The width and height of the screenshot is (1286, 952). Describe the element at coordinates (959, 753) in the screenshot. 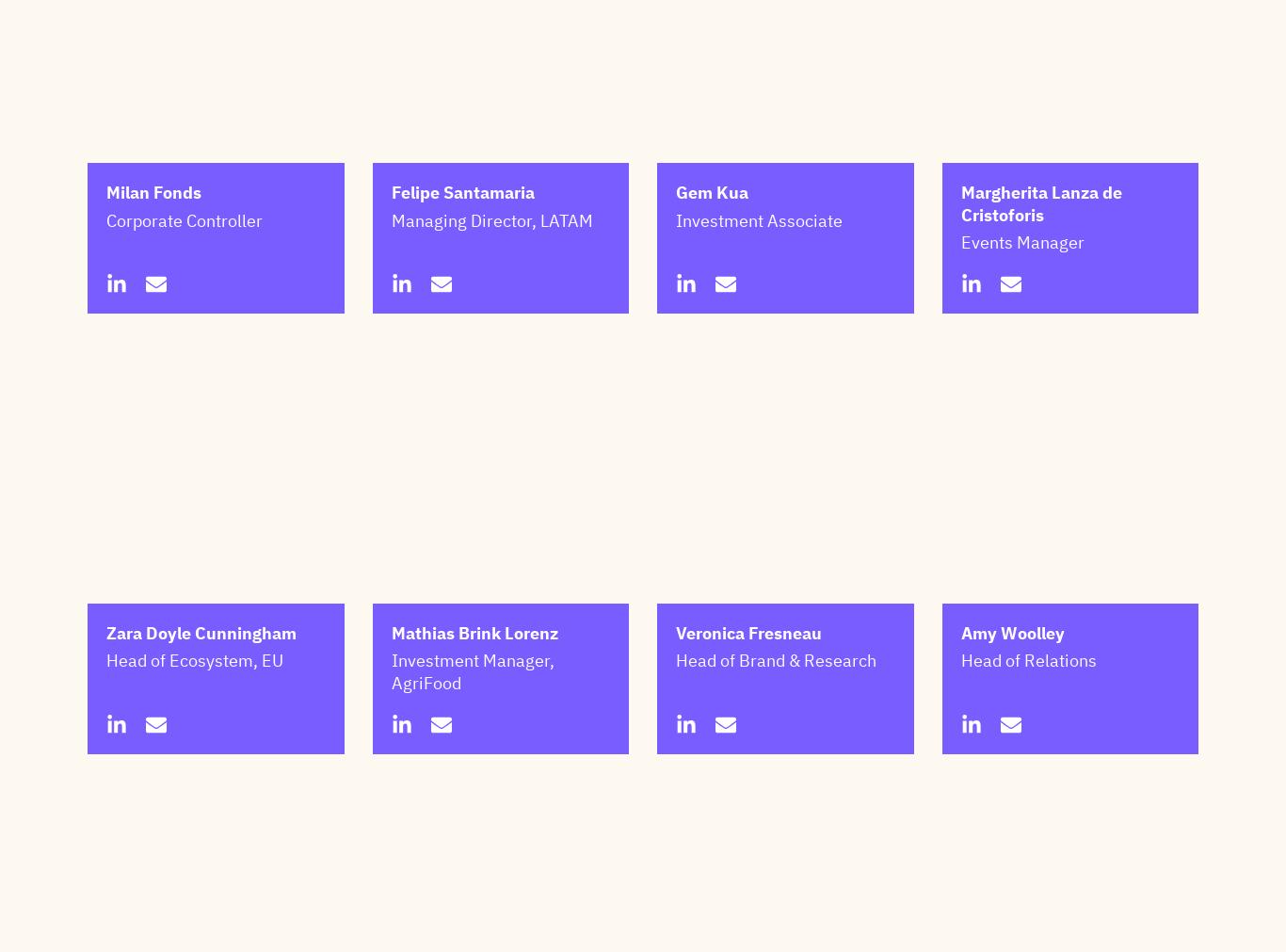

I see `'Head of Relations'` at that location.